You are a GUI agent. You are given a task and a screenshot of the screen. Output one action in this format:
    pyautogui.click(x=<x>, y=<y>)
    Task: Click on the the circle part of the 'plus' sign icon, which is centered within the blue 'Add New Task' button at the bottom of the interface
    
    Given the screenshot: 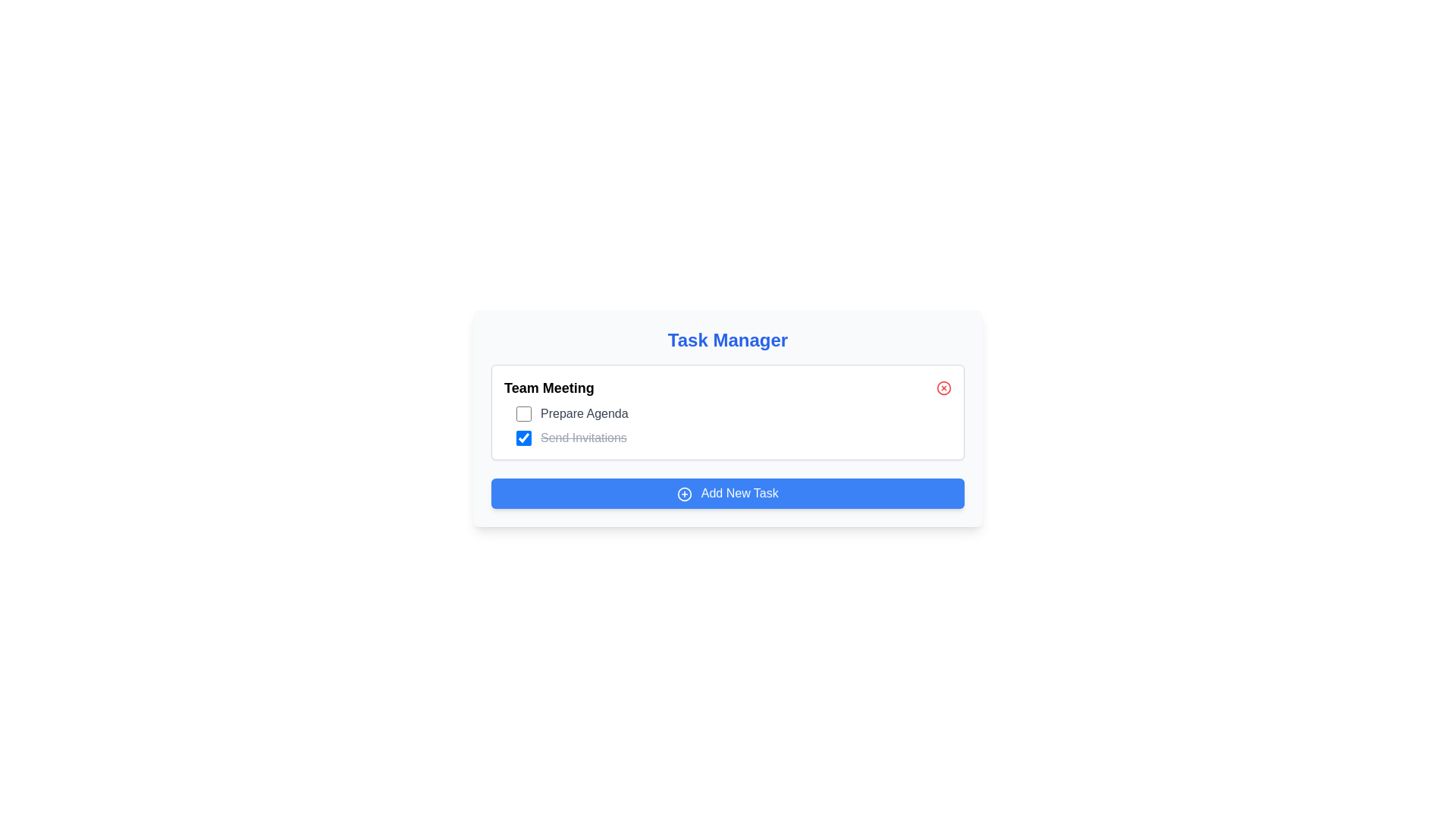 What is the action you would take?
    pyautogui.click(x=684, y=494)
    